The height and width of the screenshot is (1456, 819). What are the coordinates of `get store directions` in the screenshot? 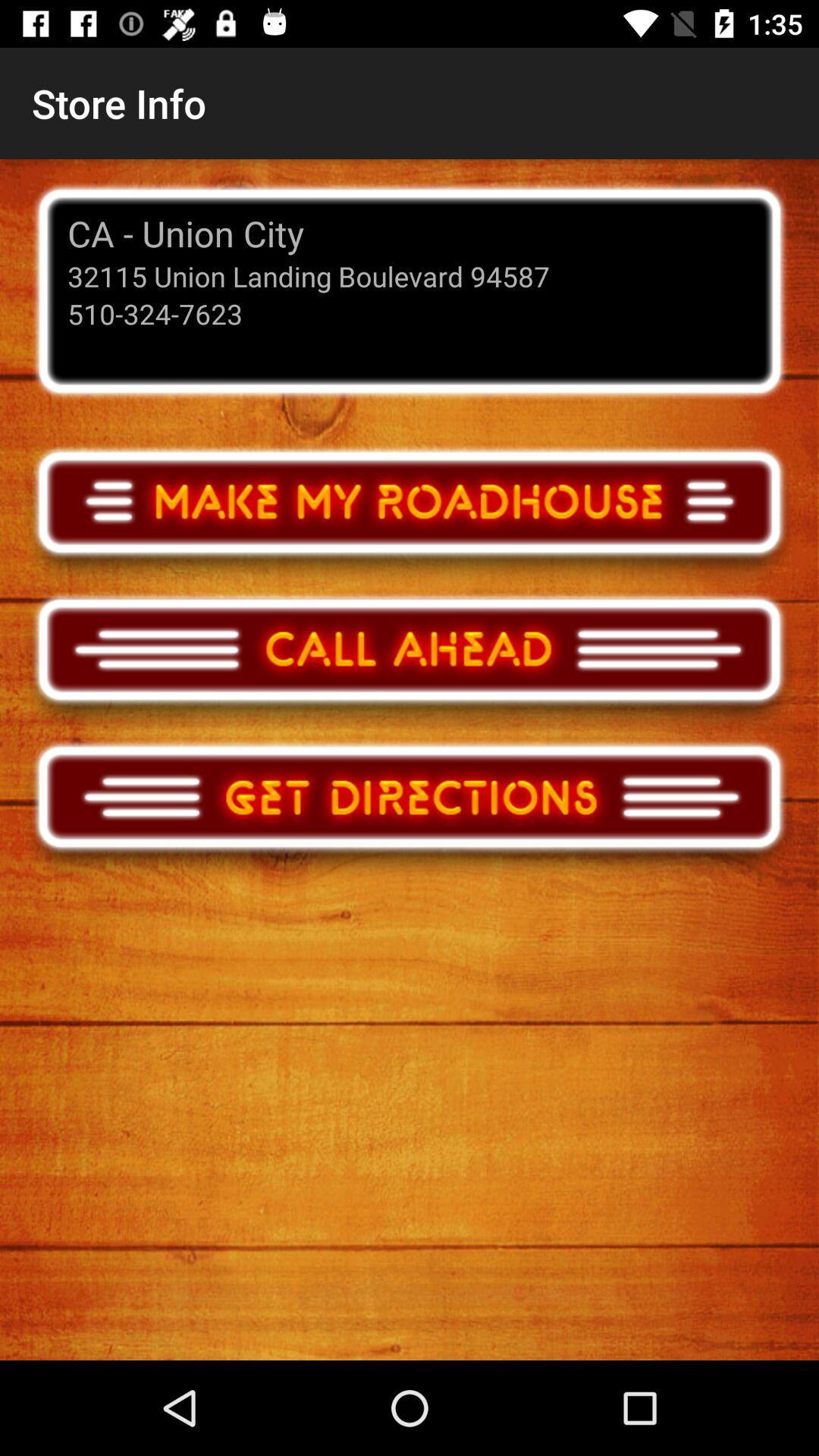 It's located at (409, 810).